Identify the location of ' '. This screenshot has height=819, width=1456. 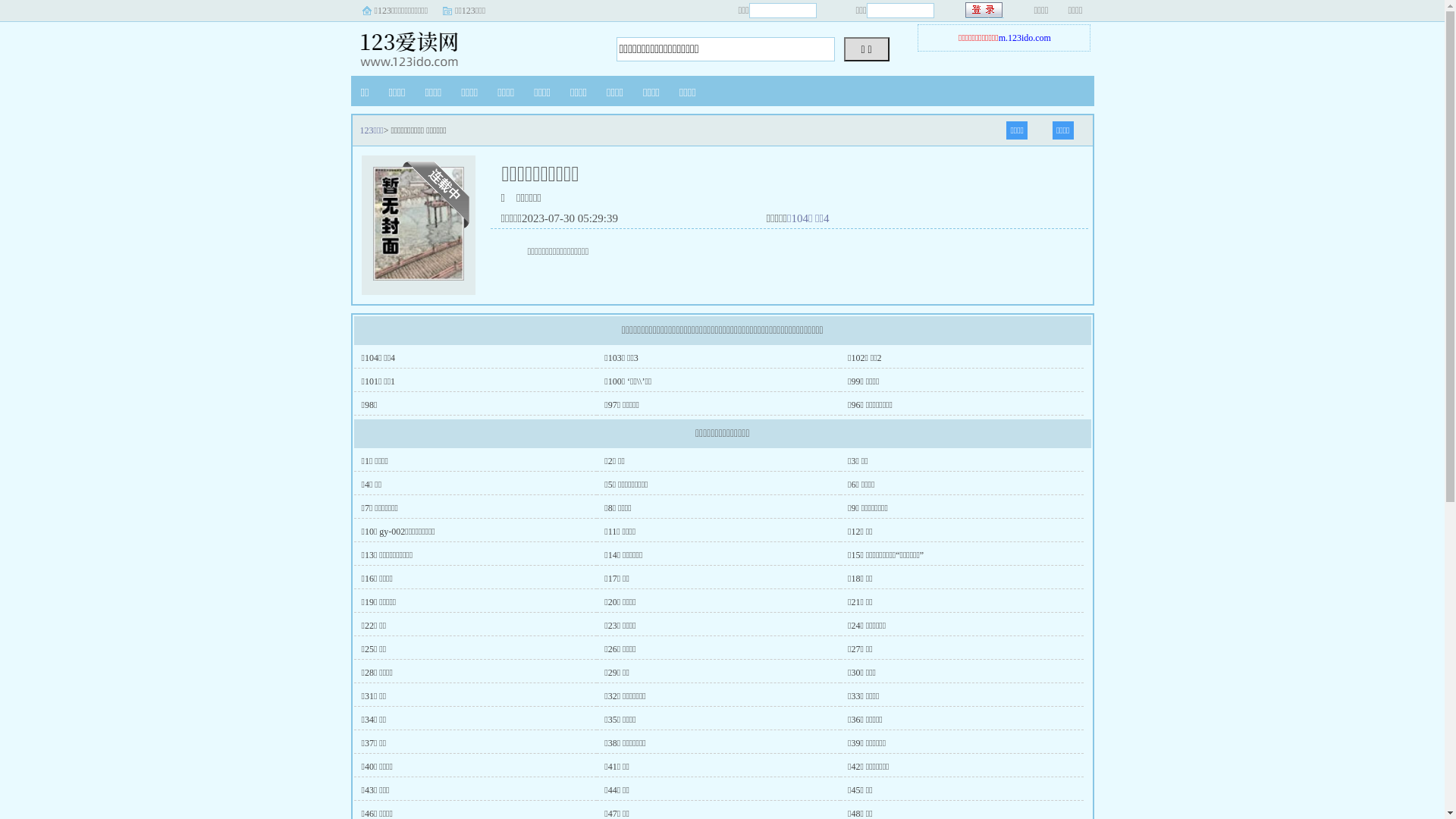
(984, 10).